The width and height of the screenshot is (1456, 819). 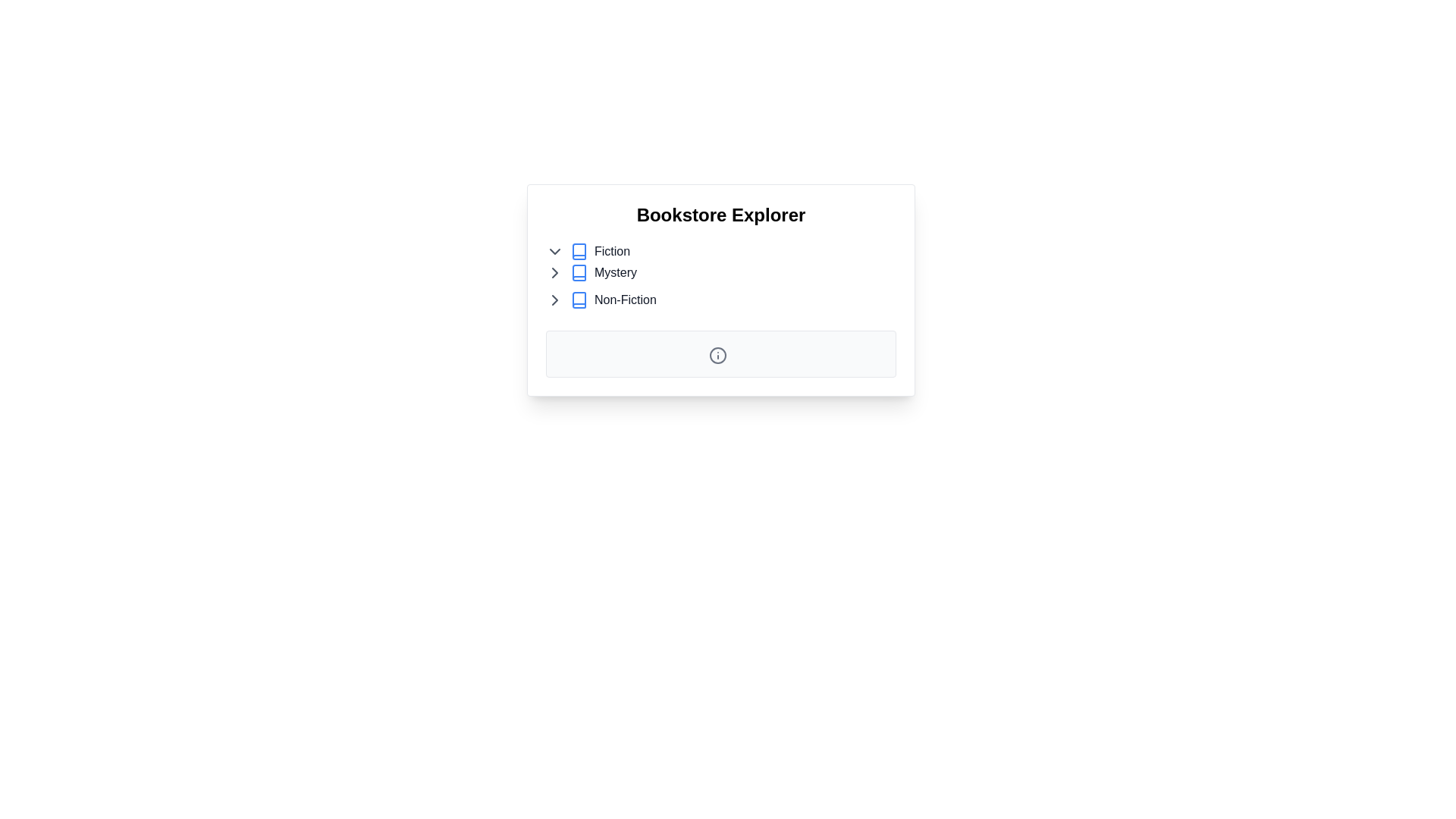 I want to click on the toggle icon for the 'Fiction' category, so click(x=554, y=250).